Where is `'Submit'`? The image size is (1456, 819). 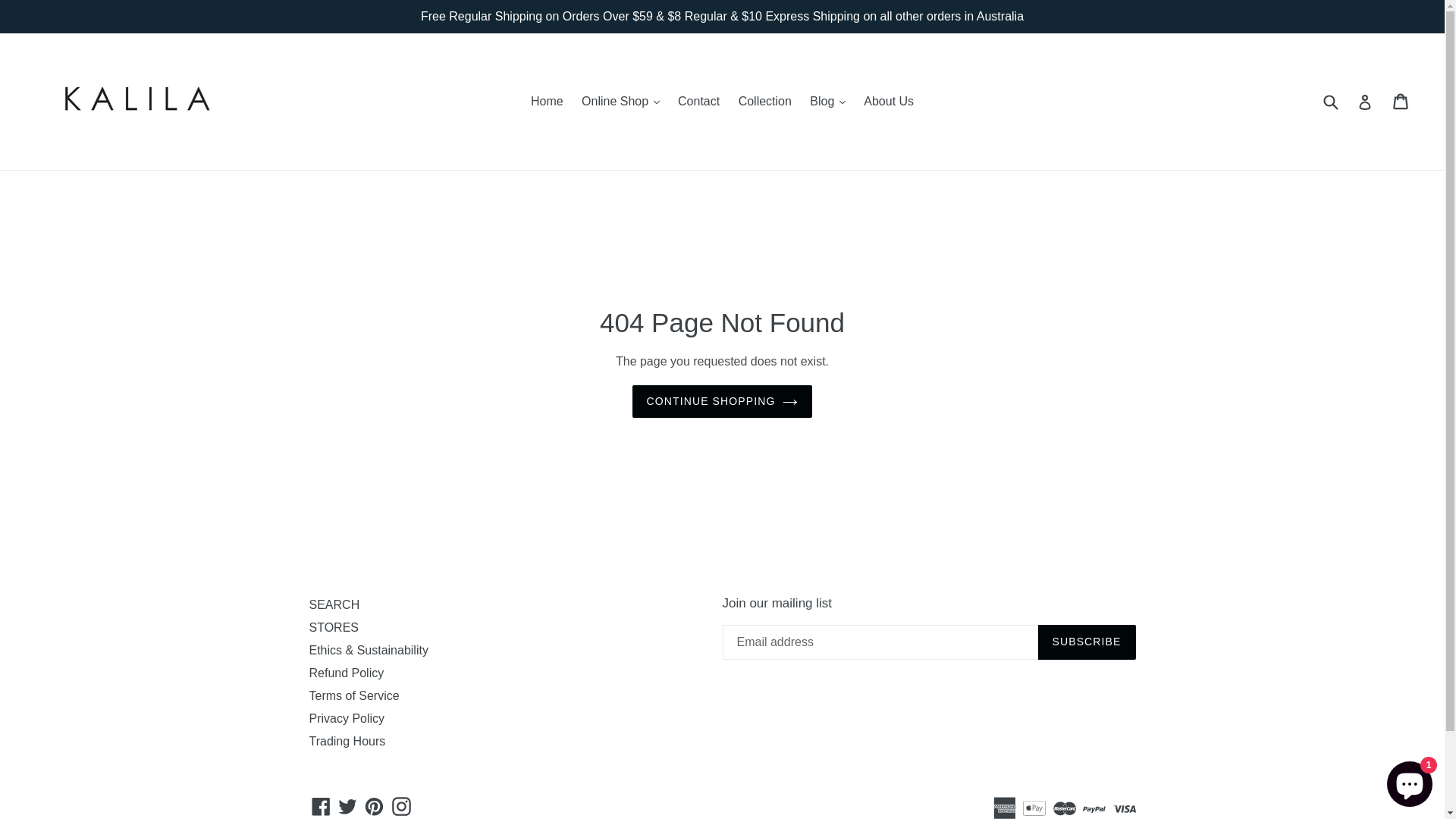 'Submit' is located at coordinates (1318, 101).